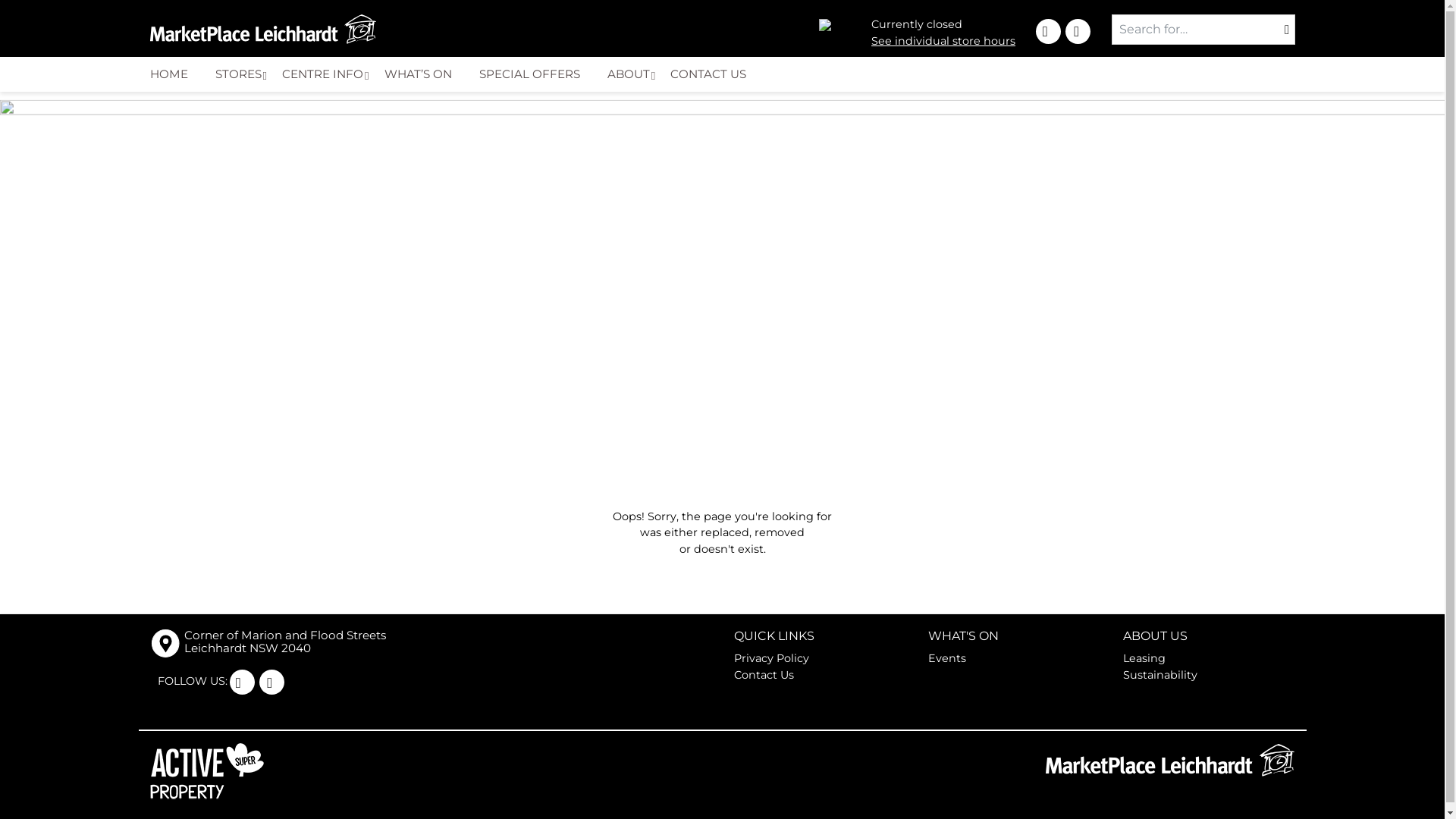 The width and height of the screenshot is (1456, 819). Describe the element at coordinates (535, 74) in the screenshot. I see `'SPECIAL OFFERS'` at that location.